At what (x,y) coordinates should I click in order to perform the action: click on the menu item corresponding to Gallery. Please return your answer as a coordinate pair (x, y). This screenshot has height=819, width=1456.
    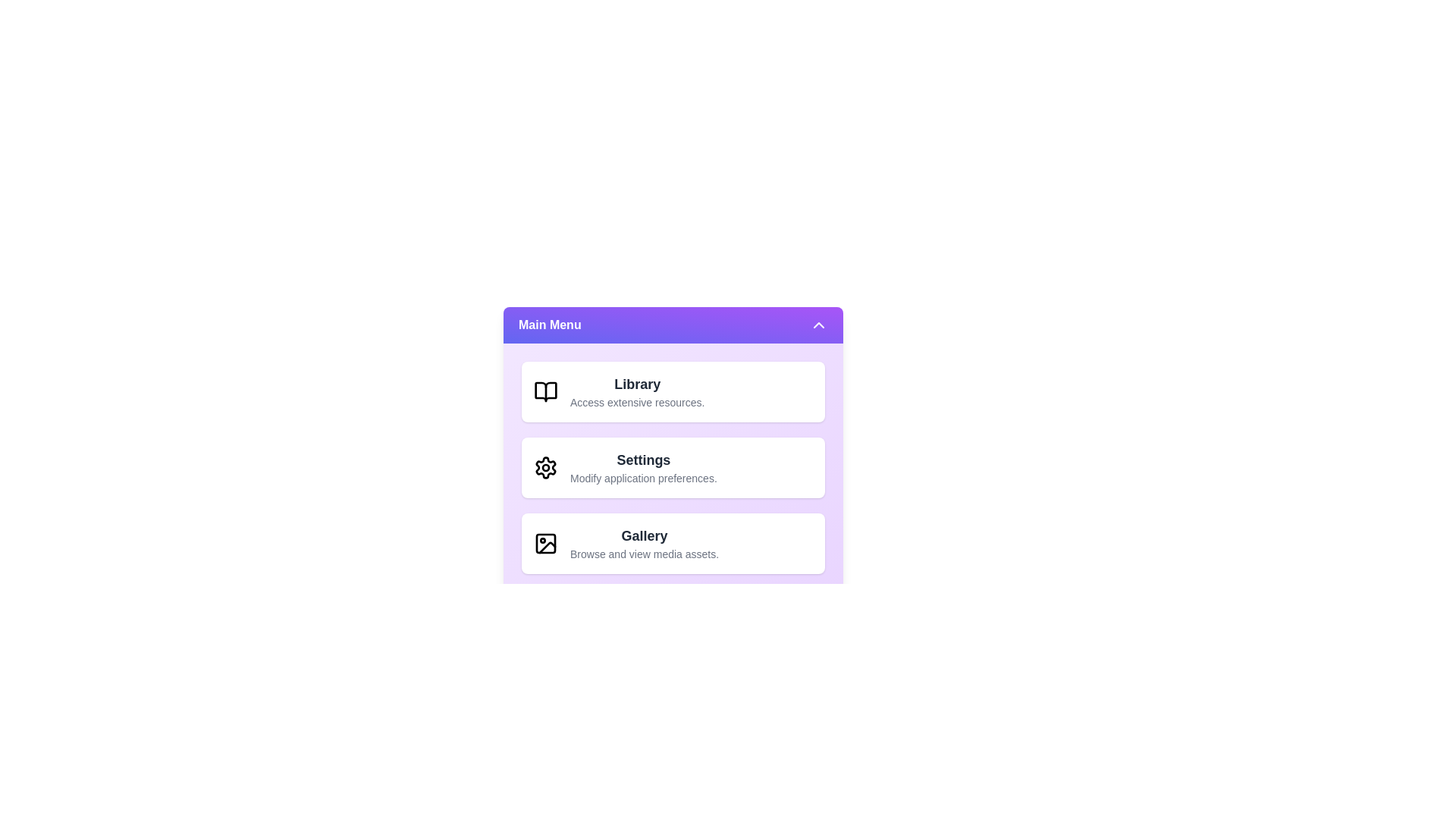
    Looking at the image, I should click on (673, 543).